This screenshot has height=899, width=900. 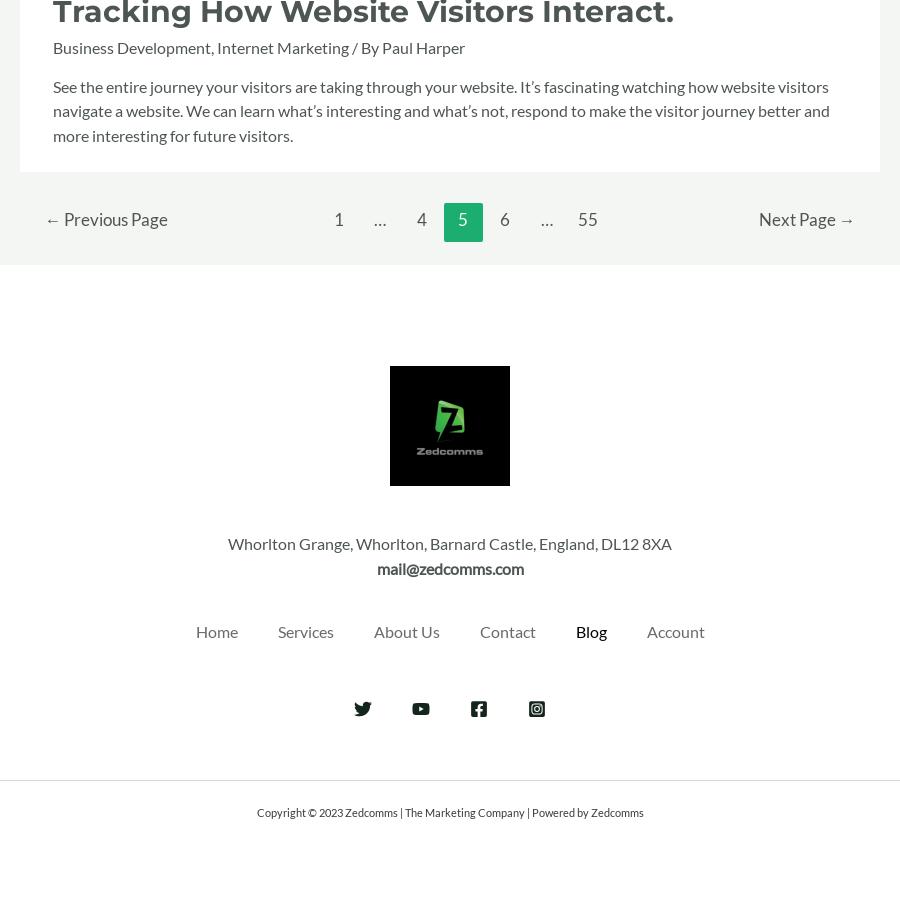 What do you see at coordinates (477, 630) in the screenshot?
I see `'Contact'` at bounding box center [477, 630].